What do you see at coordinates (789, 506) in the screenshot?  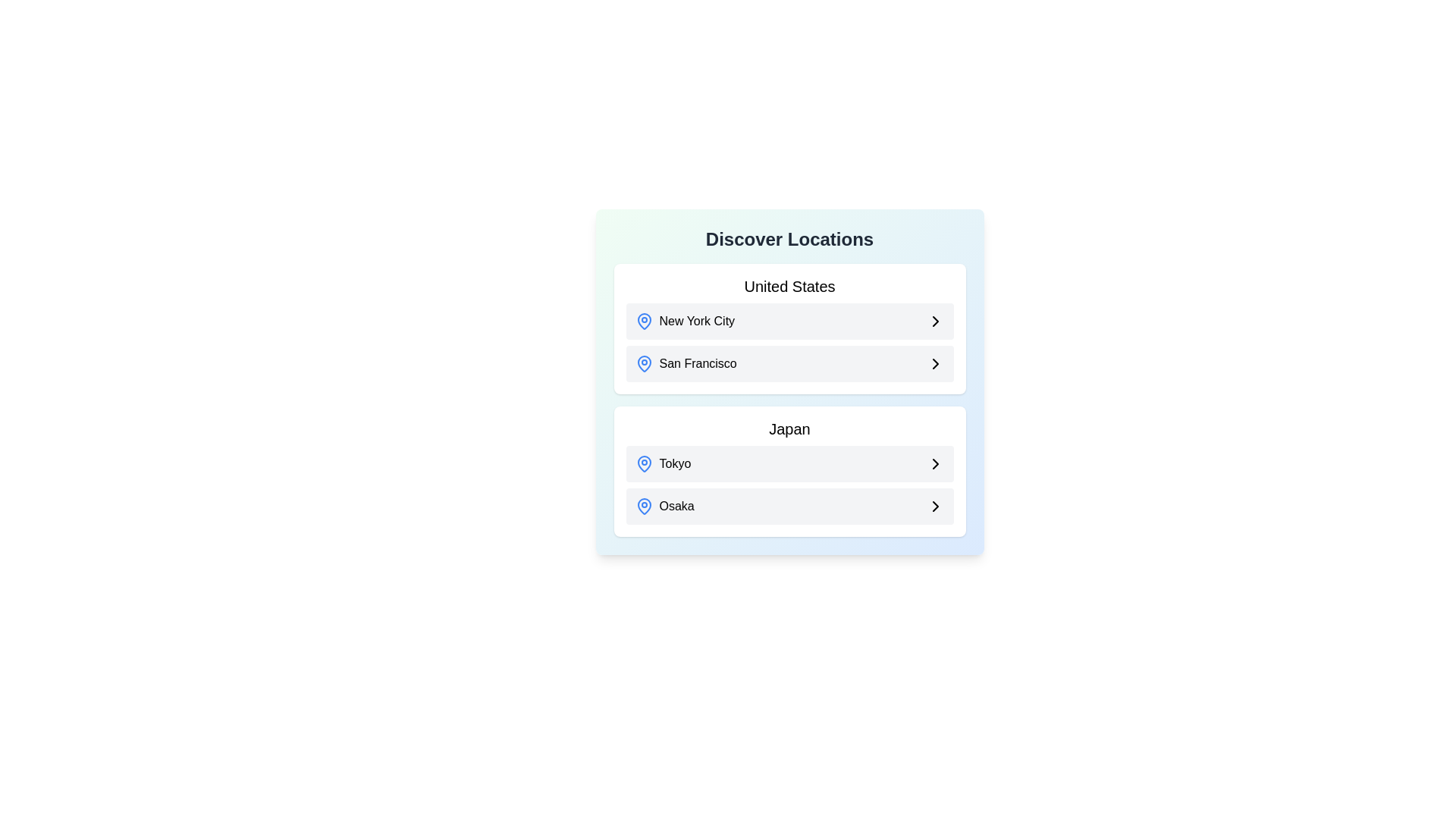 I see `the second List Item Button under the 'Japan' category representing 'Osaka'` at bounding box center [789, 506].